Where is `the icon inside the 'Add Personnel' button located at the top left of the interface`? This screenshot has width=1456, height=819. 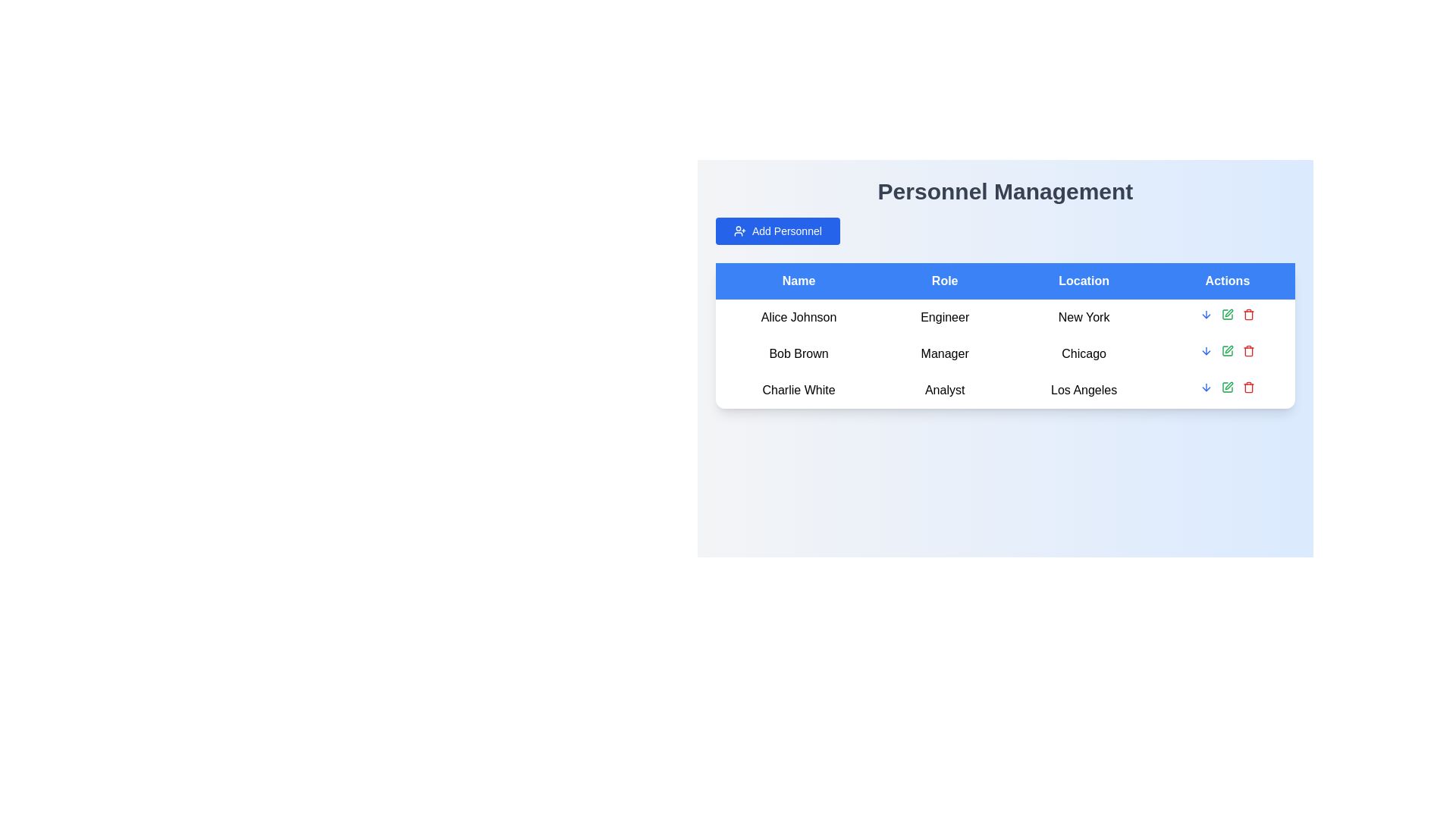
the icon inside the 'Add Personnel' button located at the top left of the interface is located at coordinates (739, 231).